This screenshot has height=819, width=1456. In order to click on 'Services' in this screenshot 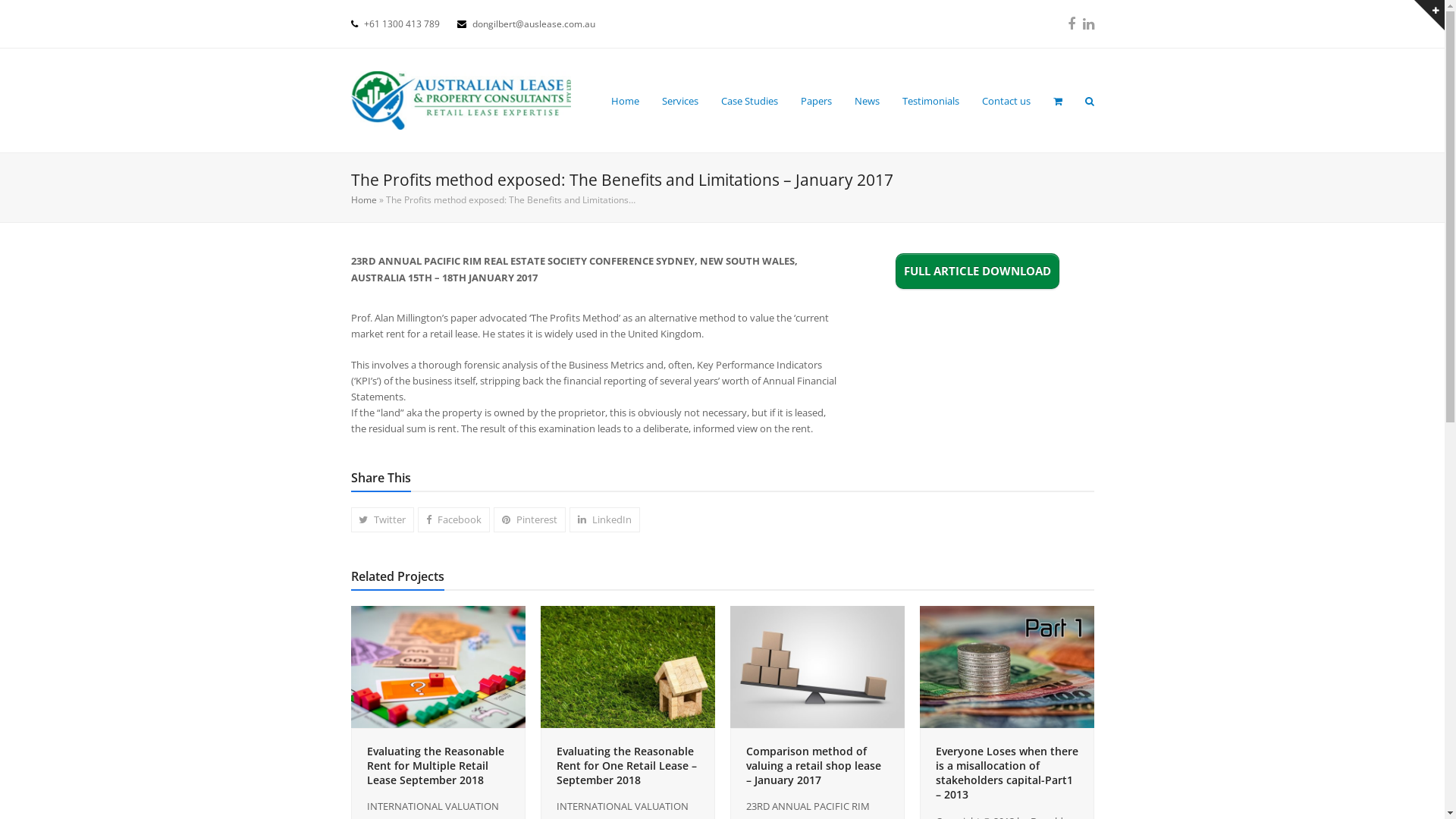, I will do `click(679, 100)`.